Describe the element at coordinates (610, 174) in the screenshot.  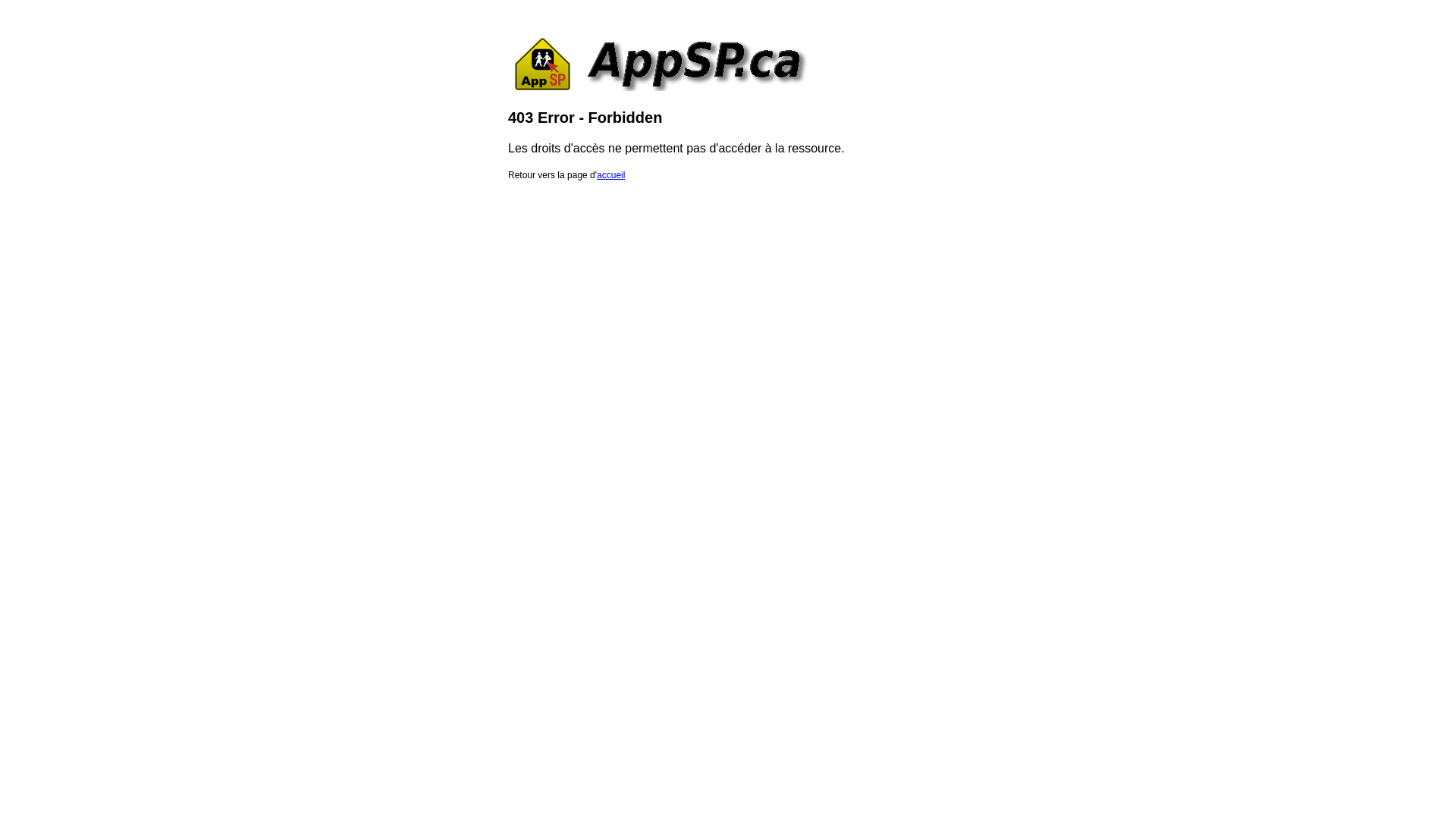
I see `'accueil'` at that location.